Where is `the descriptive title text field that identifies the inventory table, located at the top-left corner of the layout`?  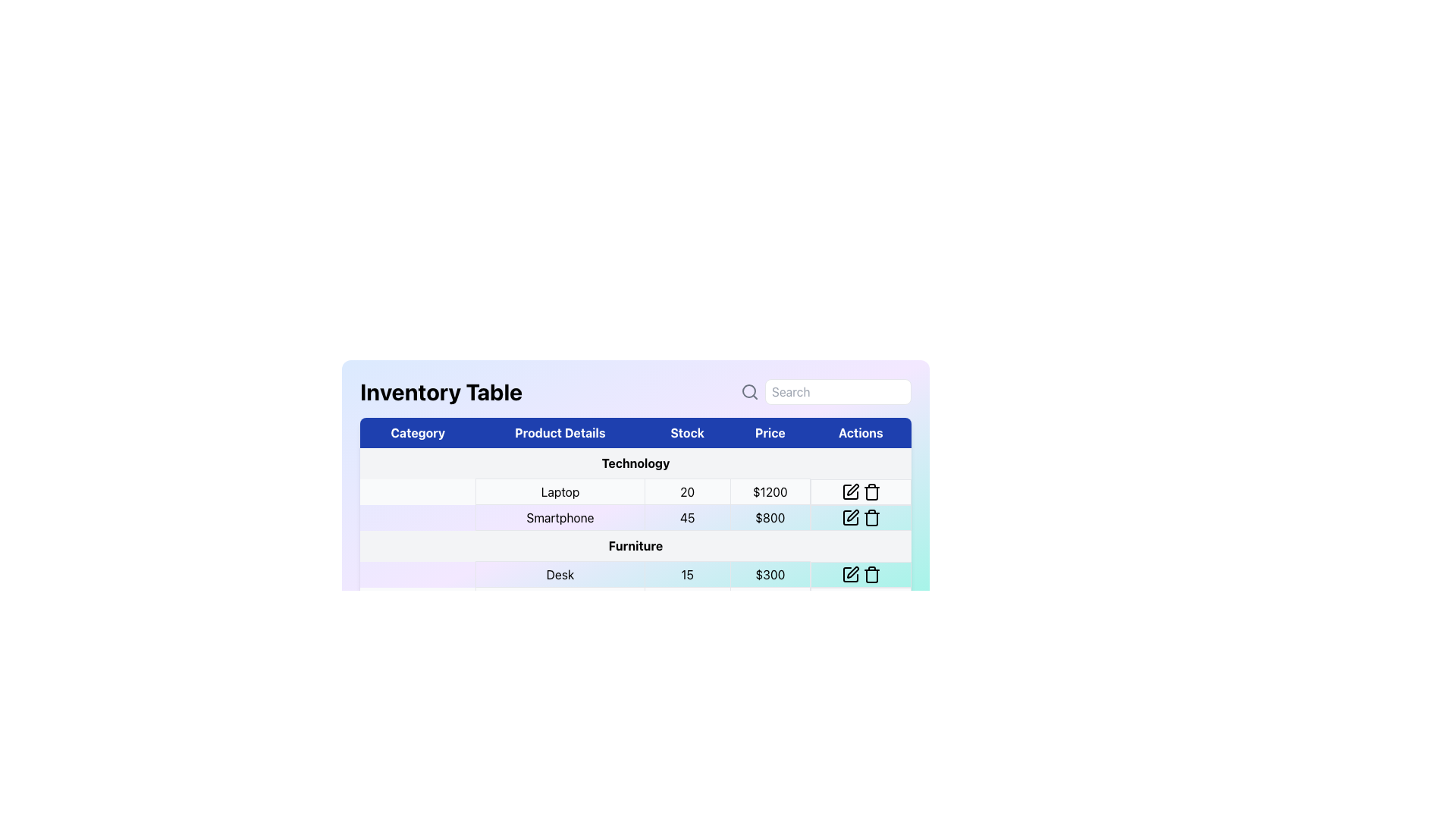 the descriptive title text field that identifies the inventory table, located at the top-left corner of the layout is located at coordinates (441, 391).